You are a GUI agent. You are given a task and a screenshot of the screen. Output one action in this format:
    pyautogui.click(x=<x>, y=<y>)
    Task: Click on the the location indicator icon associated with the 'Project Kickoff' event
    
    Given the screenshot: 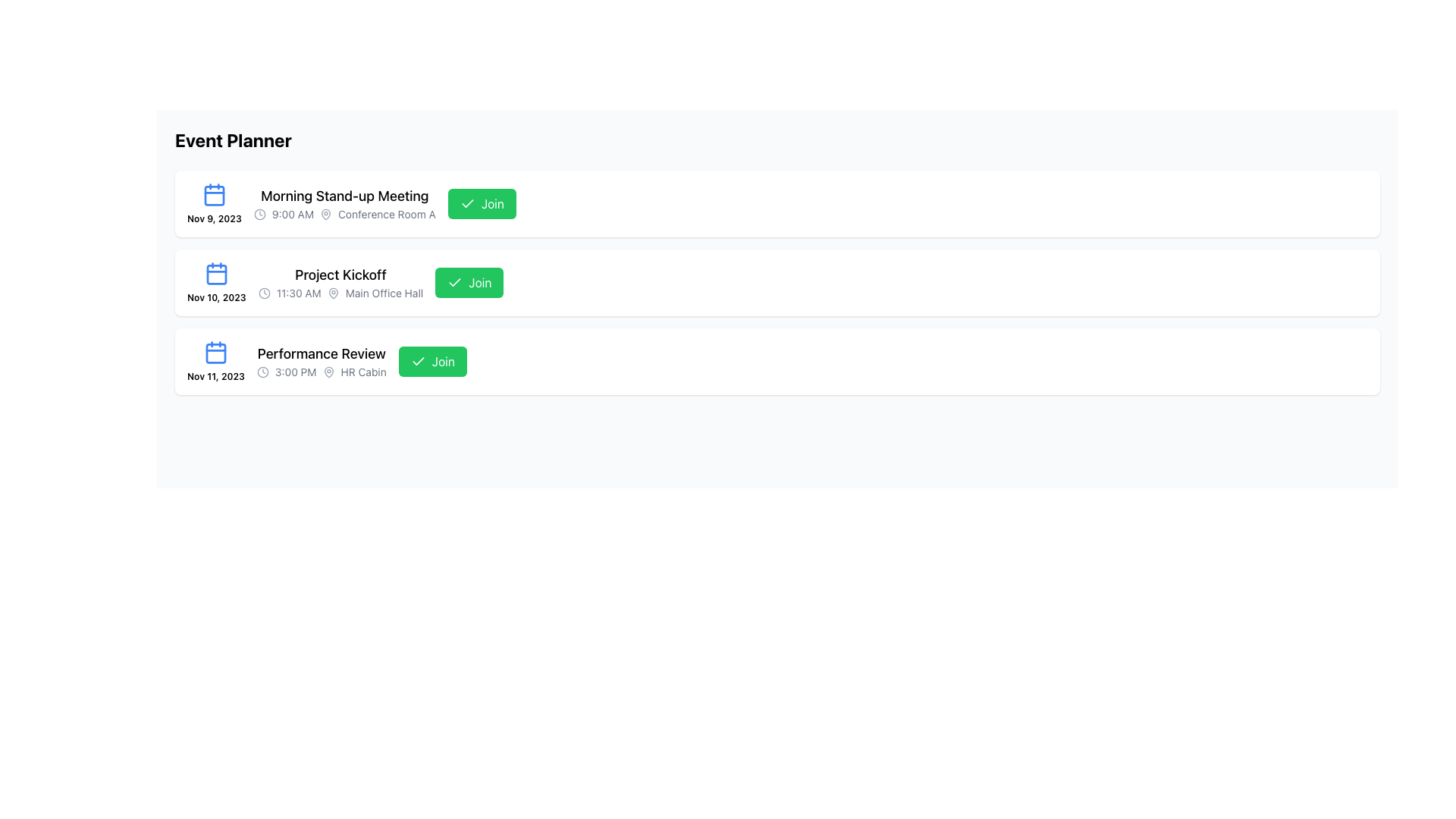 What is the action you would take?
    pyautogui.click(x=332, y=293)
    